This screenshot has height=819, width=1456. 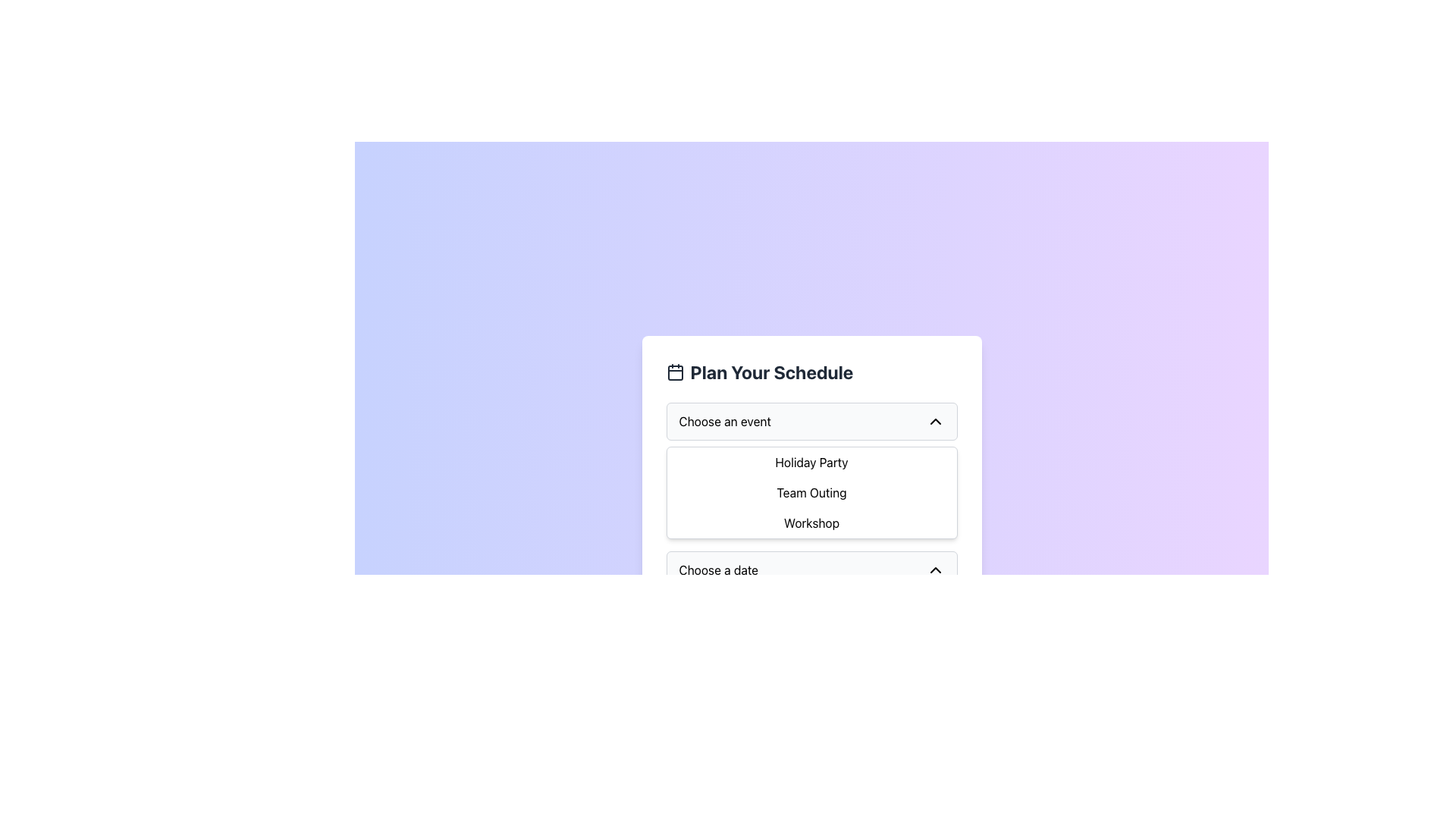 What do you see at coordinates (674, 373) in the screenshot?
I see `the decorative inner section of the calendar icon located to the left of the heading 'Plan Your Schedule' at the top of the user interface` at bounding box center [674, 373].